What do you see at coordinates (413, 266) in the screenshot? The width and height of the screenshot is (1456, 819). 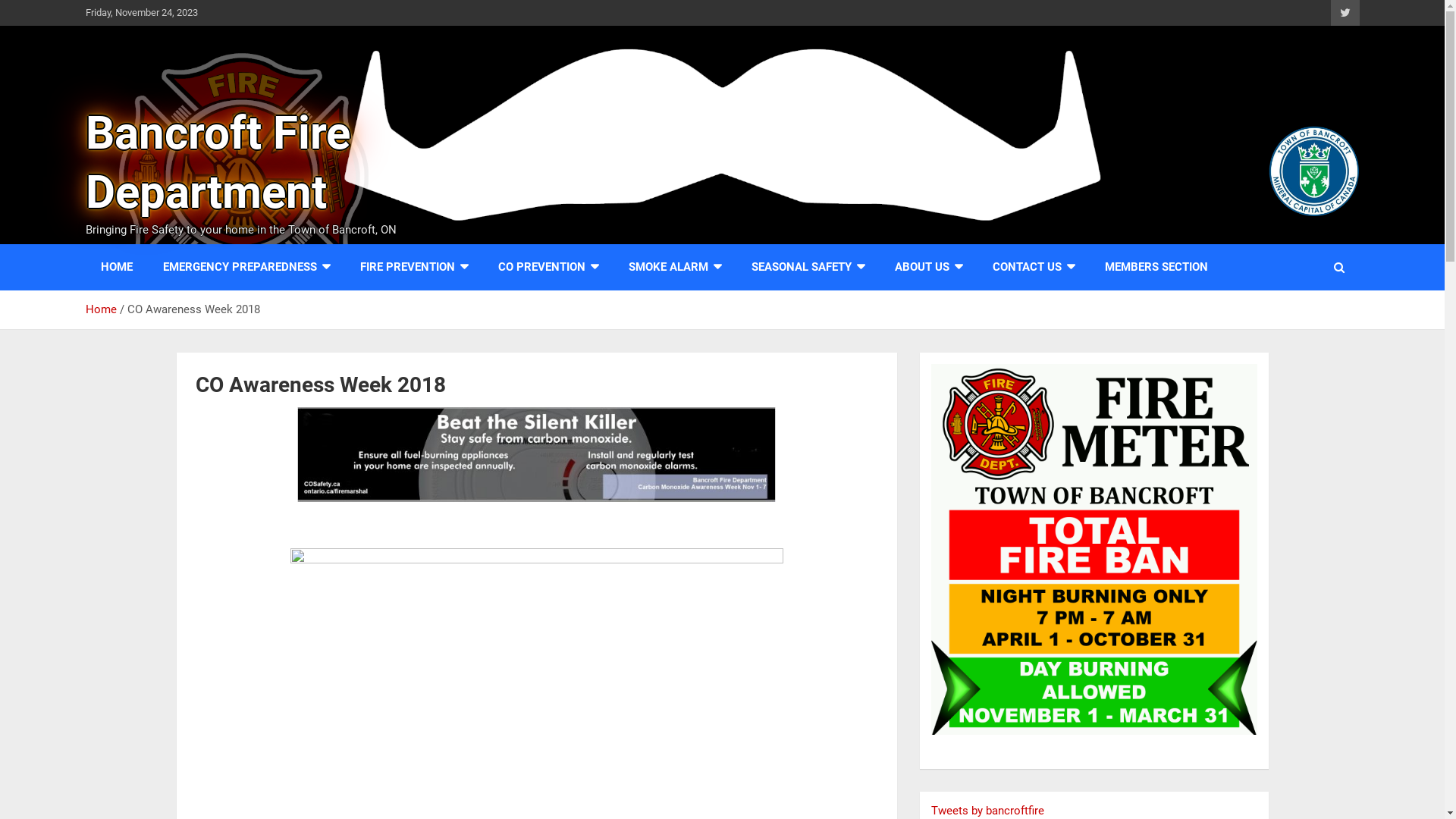 I see `'FIRE PREVENTION'` at bounding box center [413, 266].